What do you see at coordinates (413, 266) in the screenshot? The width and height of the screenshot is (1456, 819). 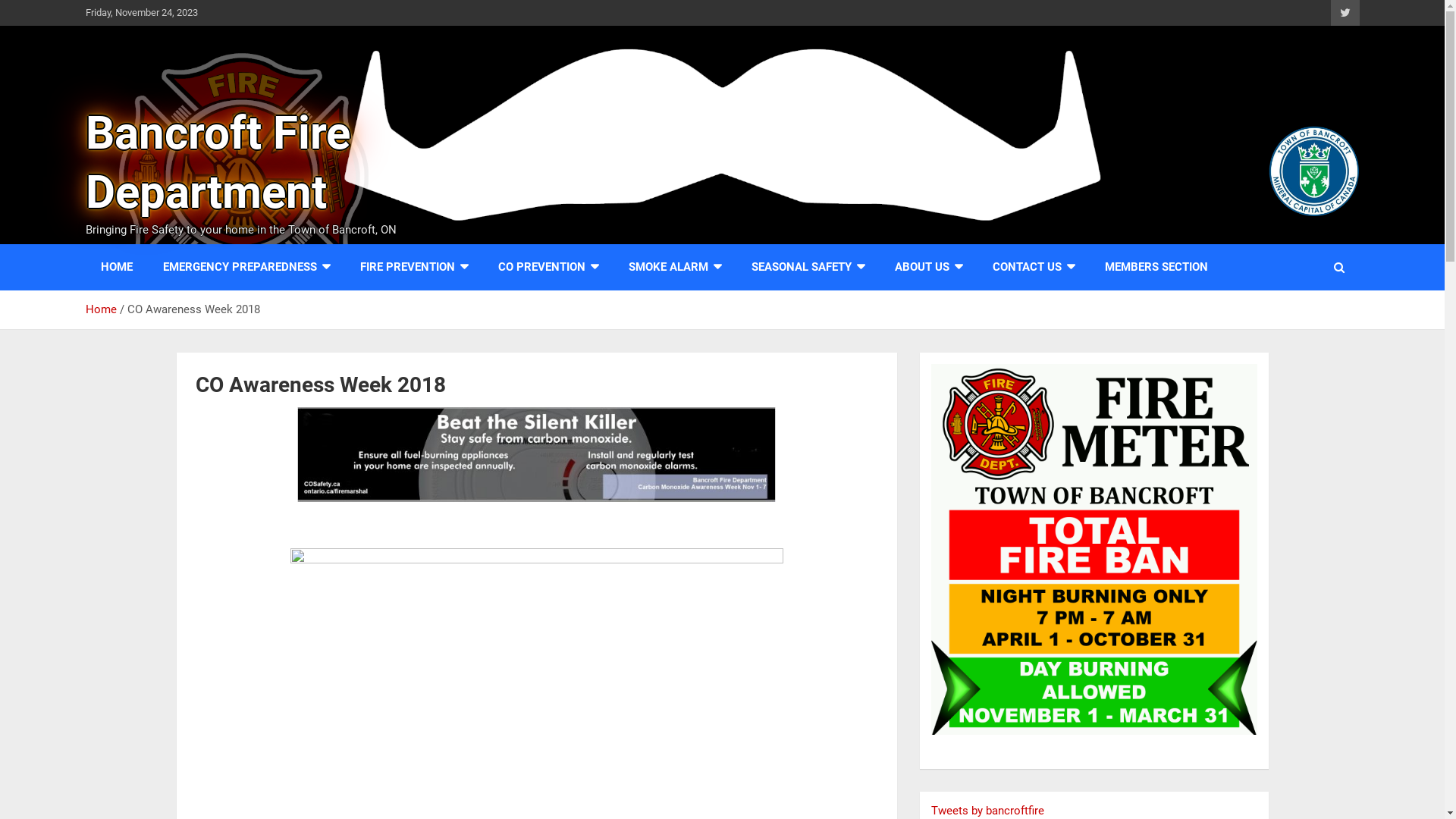 I see `'FIRE PREVENTION'` at bounding box center [413, 266].